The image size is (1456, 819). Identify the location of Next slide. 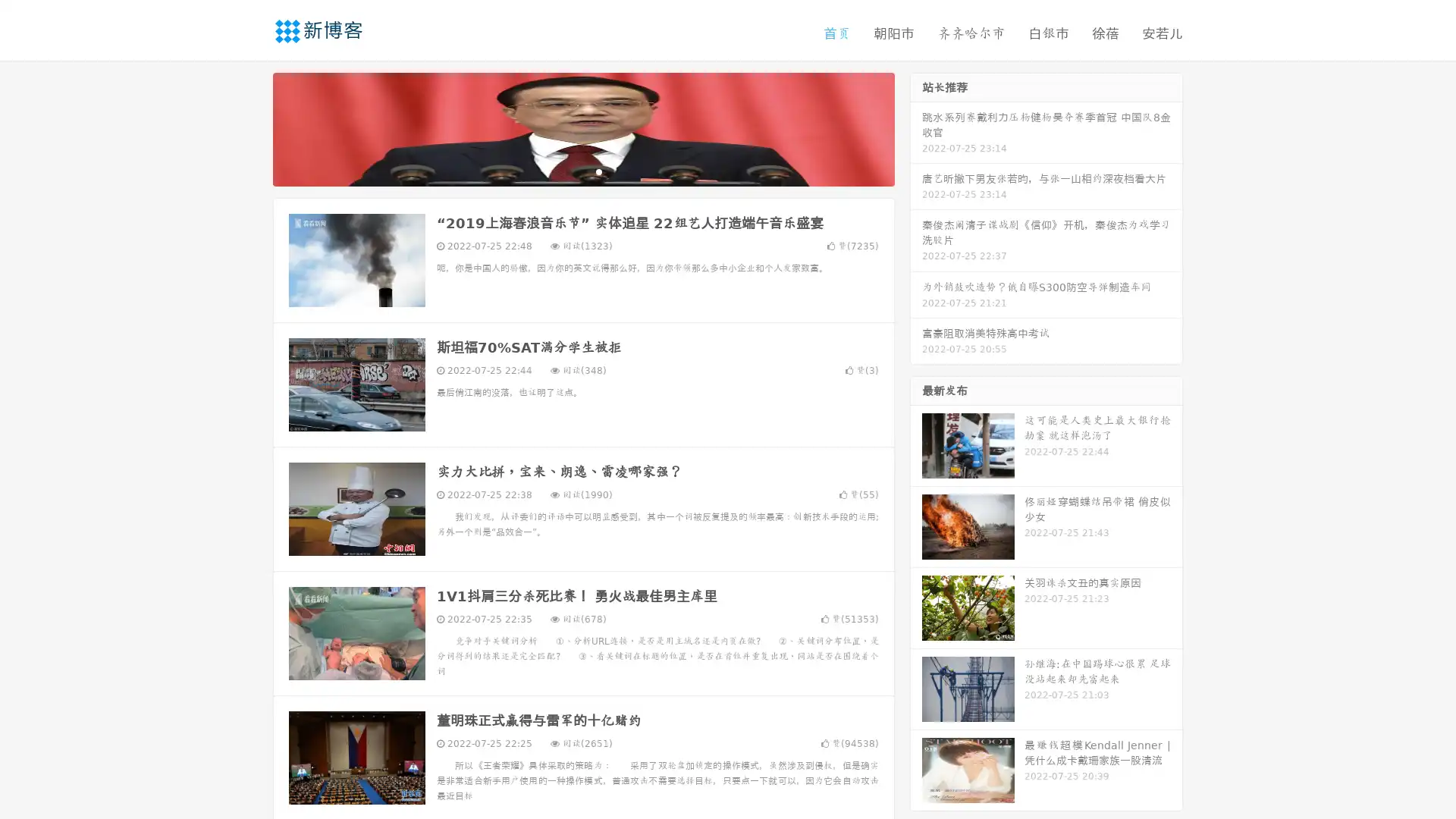
(916, 127).